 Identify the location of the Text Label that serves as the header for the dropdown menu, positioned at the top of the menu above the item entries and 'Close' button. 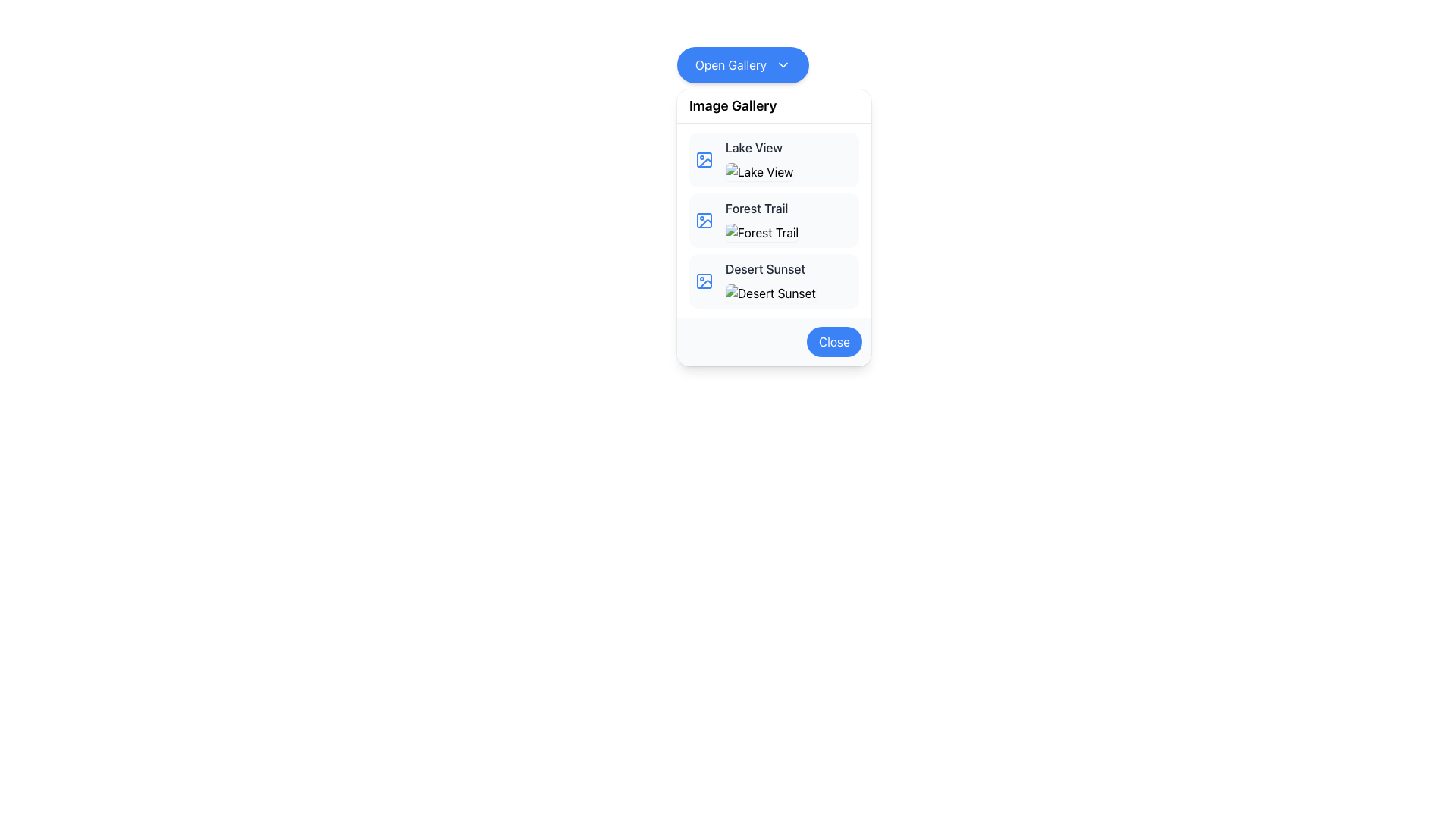
(773, 105).